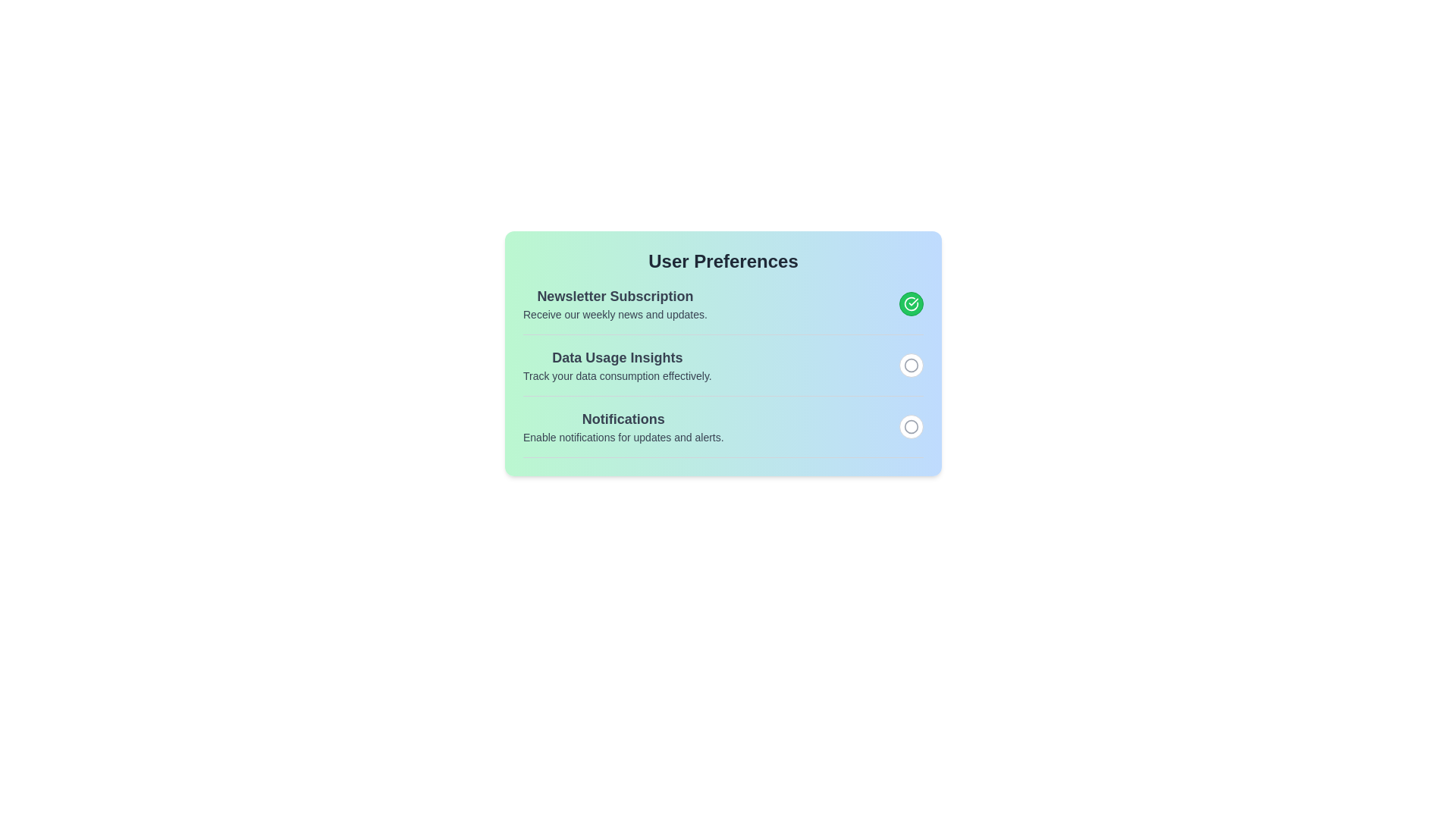  I want to click on the label displaying subscription details for newsletters, which is positioned at the upper portion of the settings layout and aligned to the left, so click(615, 304).